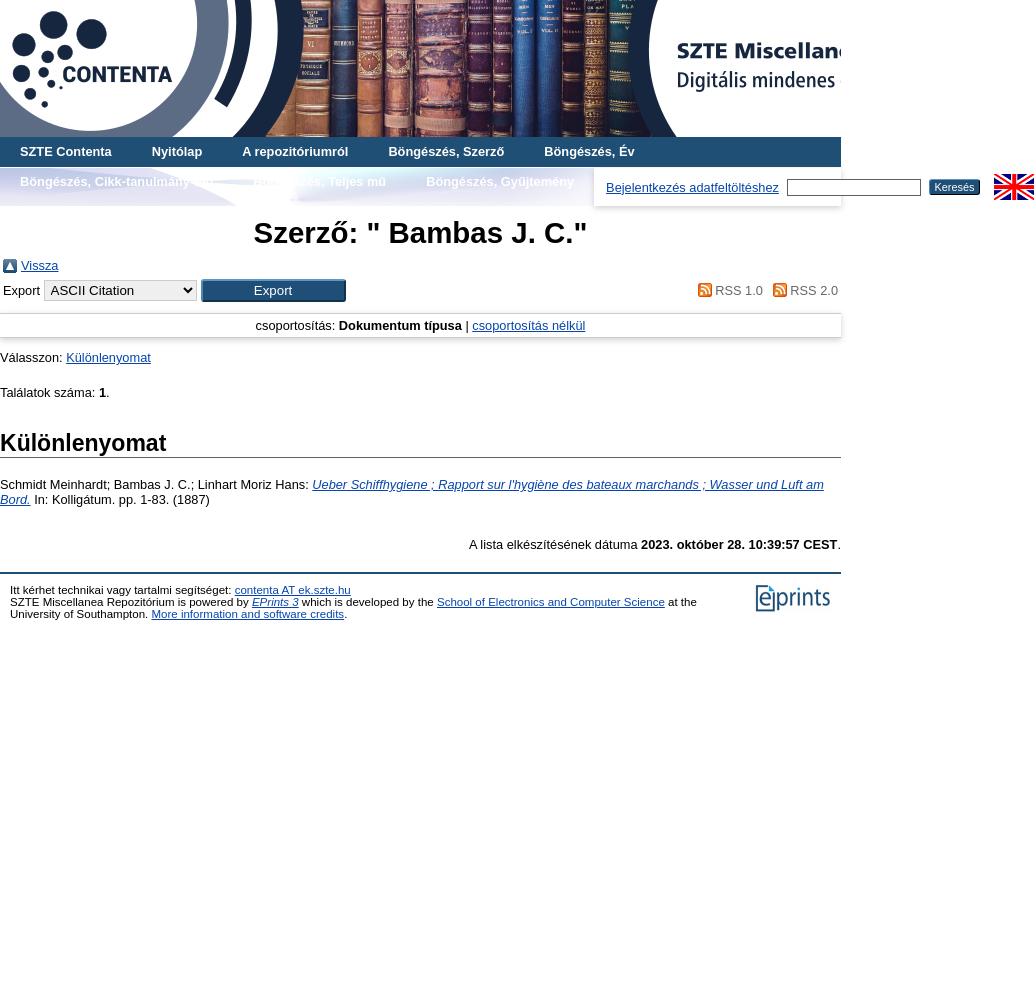  Describe the element at coordinates (528, 324) in the screenshot. I see `'csoportosítás nélkül'` at that location.